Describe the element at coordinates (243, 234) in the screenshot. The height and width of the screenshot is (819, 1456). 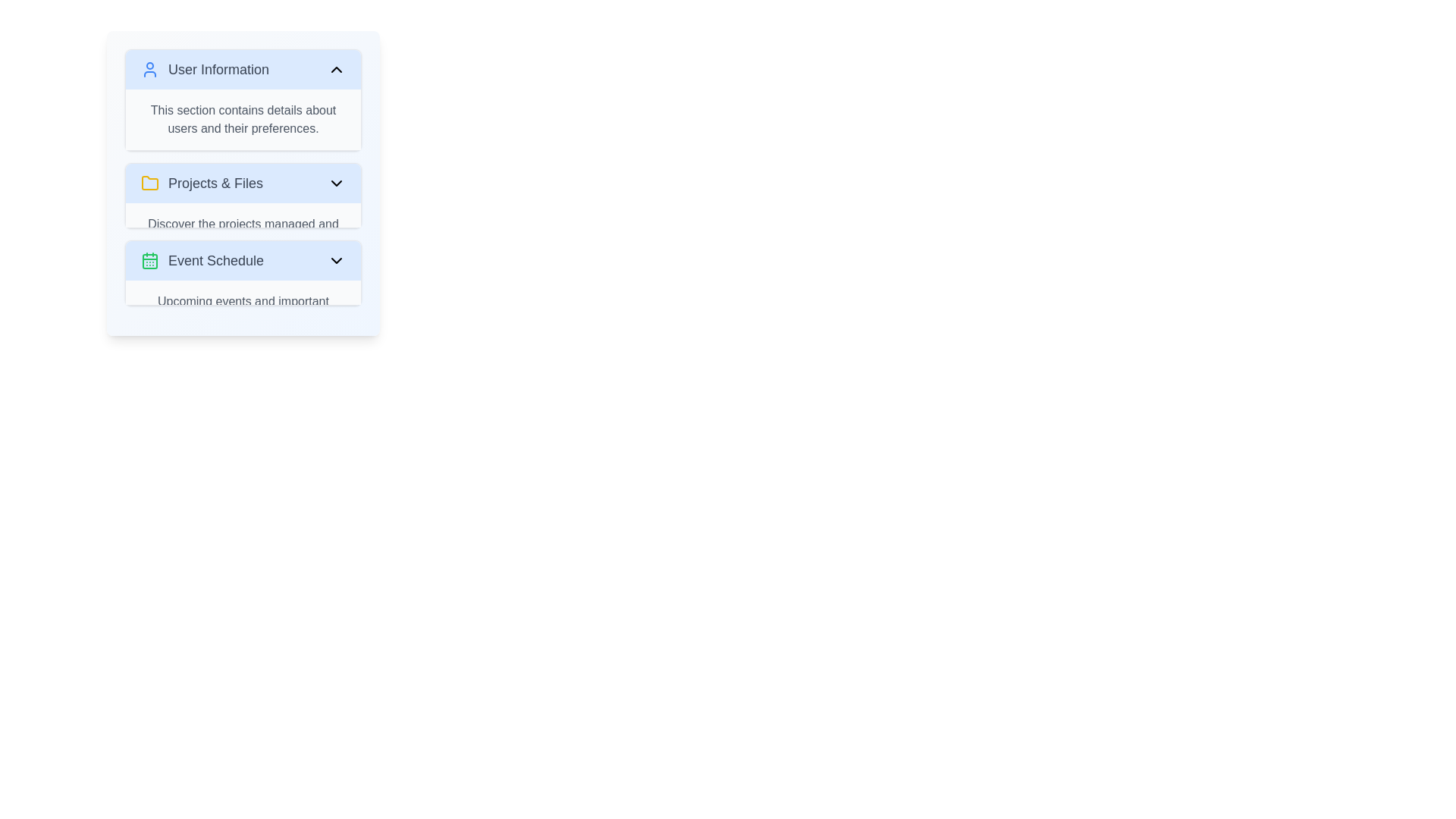
I see `the static text displaying 'Discover the projects managed and associated files here.' located in the 'Projects & Files' section, positioned below the section header` at that location.